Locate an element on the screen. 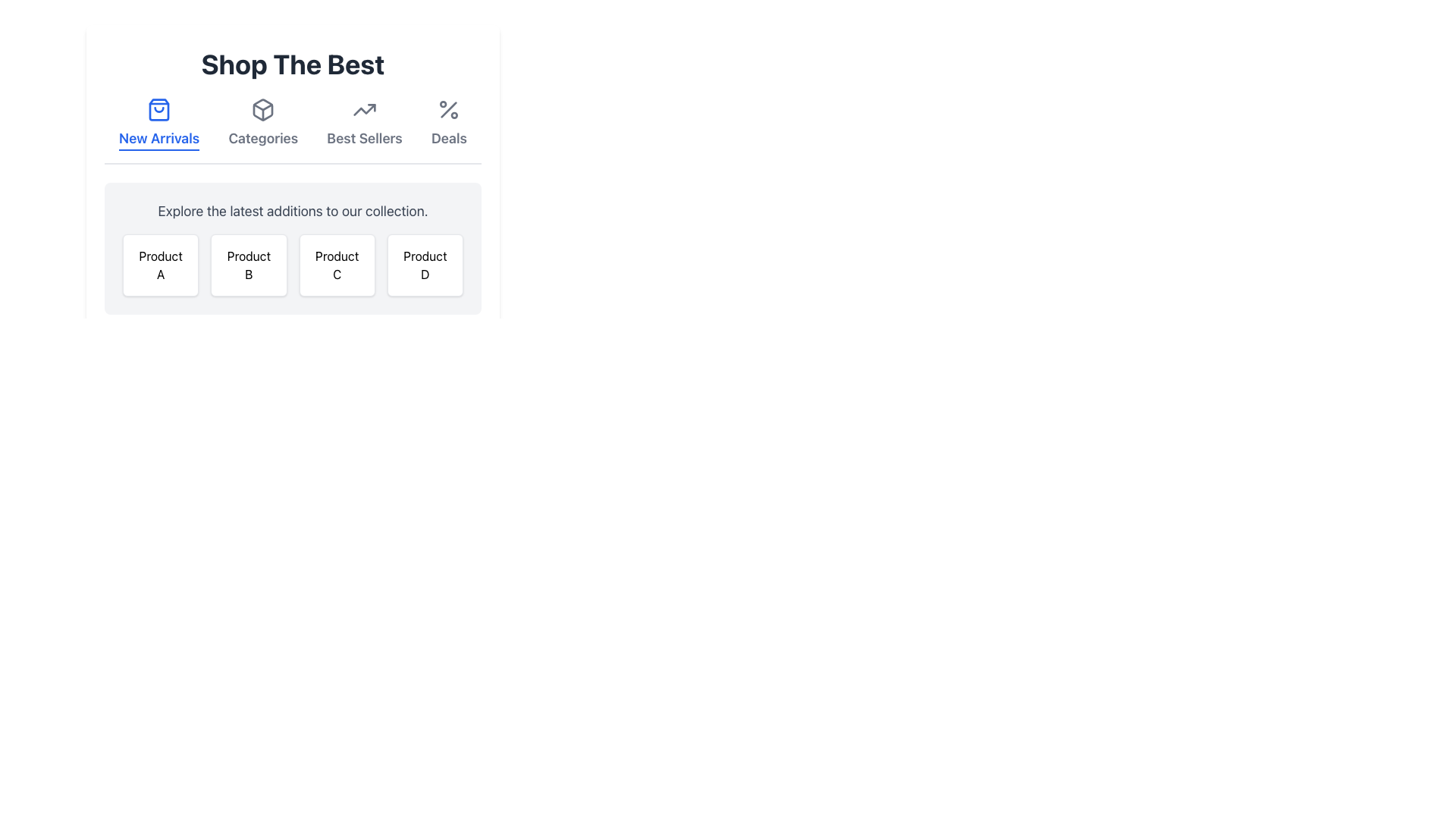  the upward trending chart icon located in the 'Best Sellers' section, positioned above the text 'Best Sellers' is located at coordinates (365, 109).